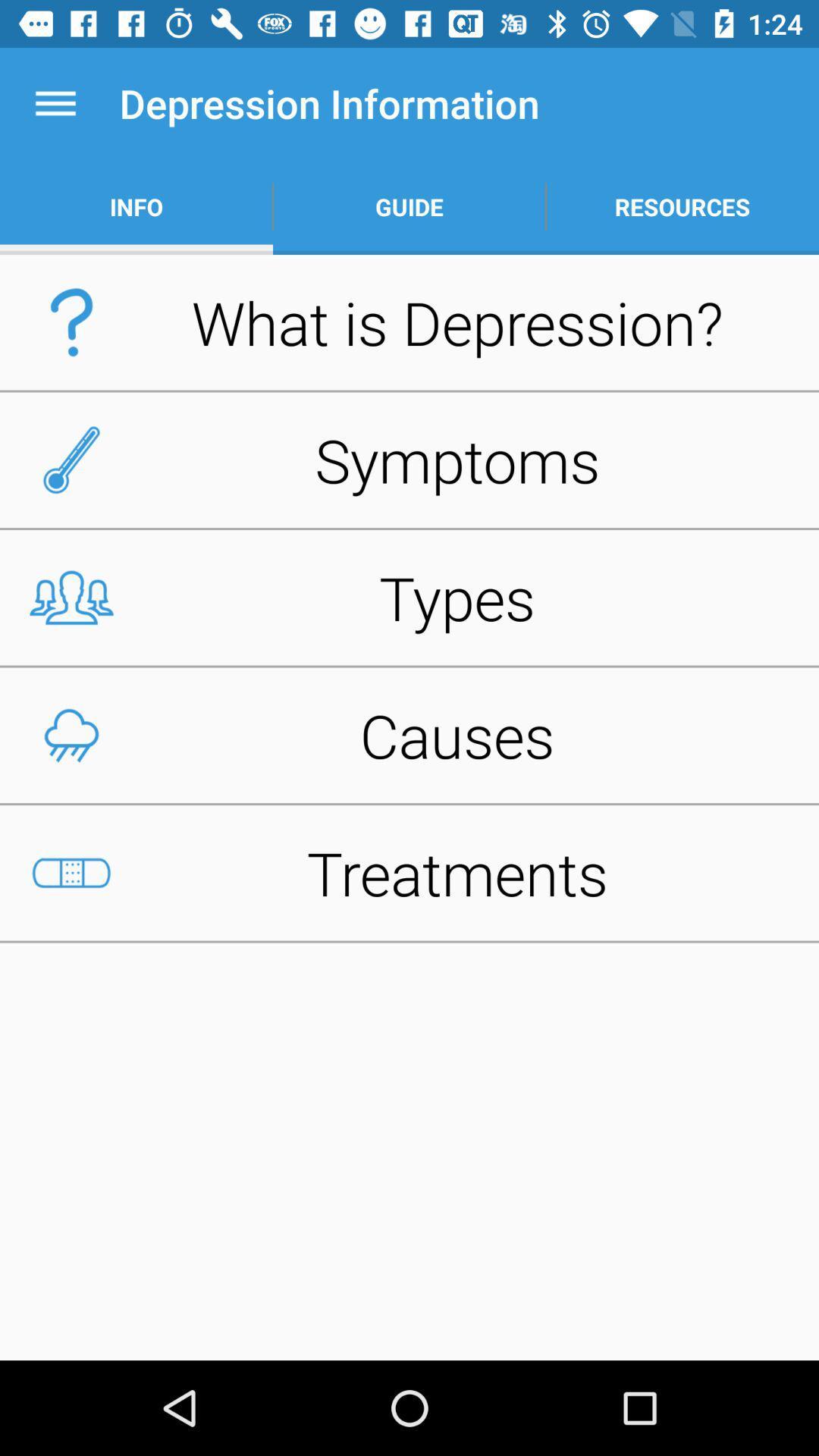 This screenshot has width=819, height=1456. What do you see at coordinates (55, 102) in the screenshot?
I see `app above info item` at bounding box center [55, 102].